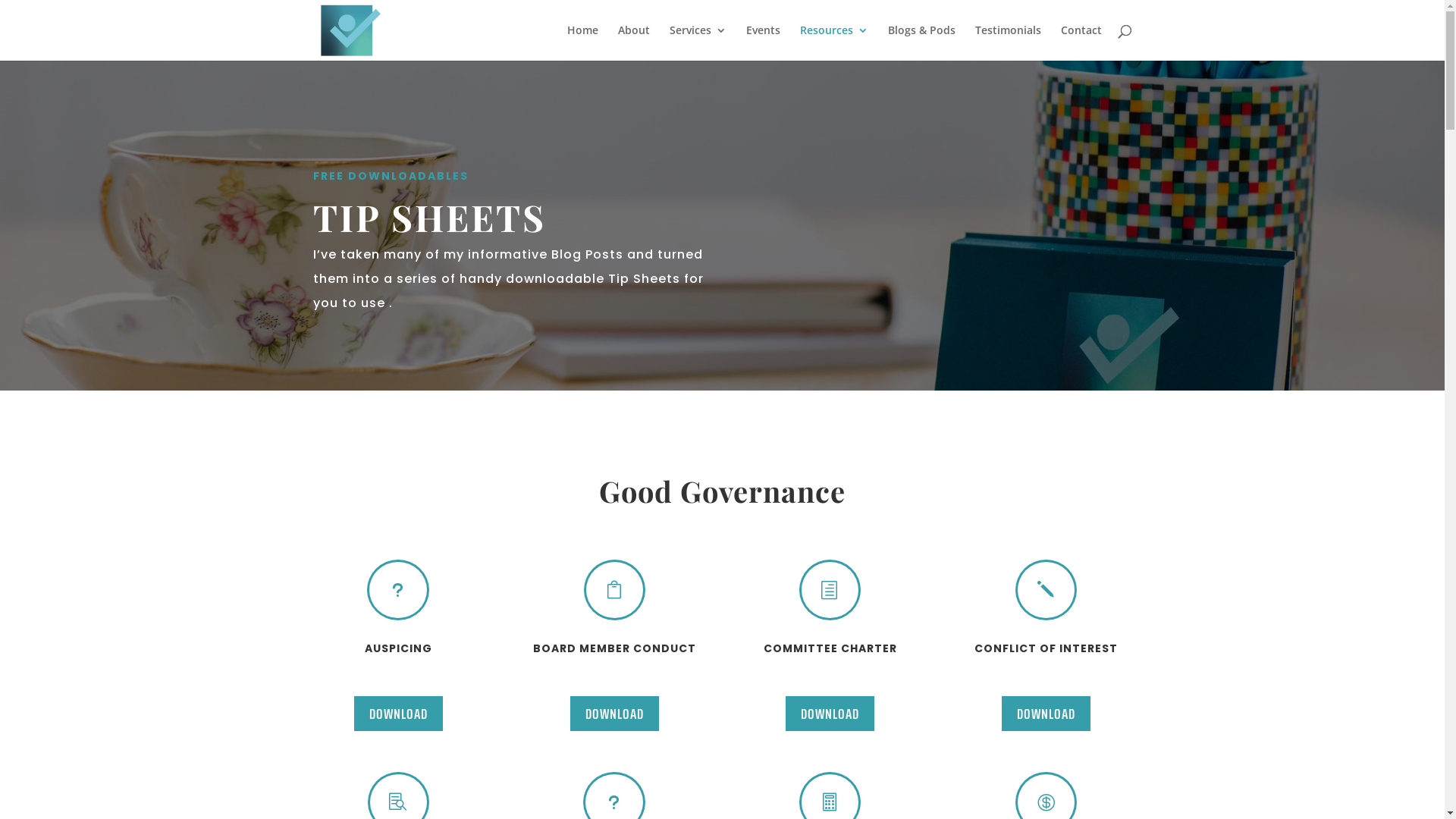 This screenshot has width=1456, height=819. Describe the element at coordinates (833, 42) in the screenshot. I see `'Resources'` at that location.